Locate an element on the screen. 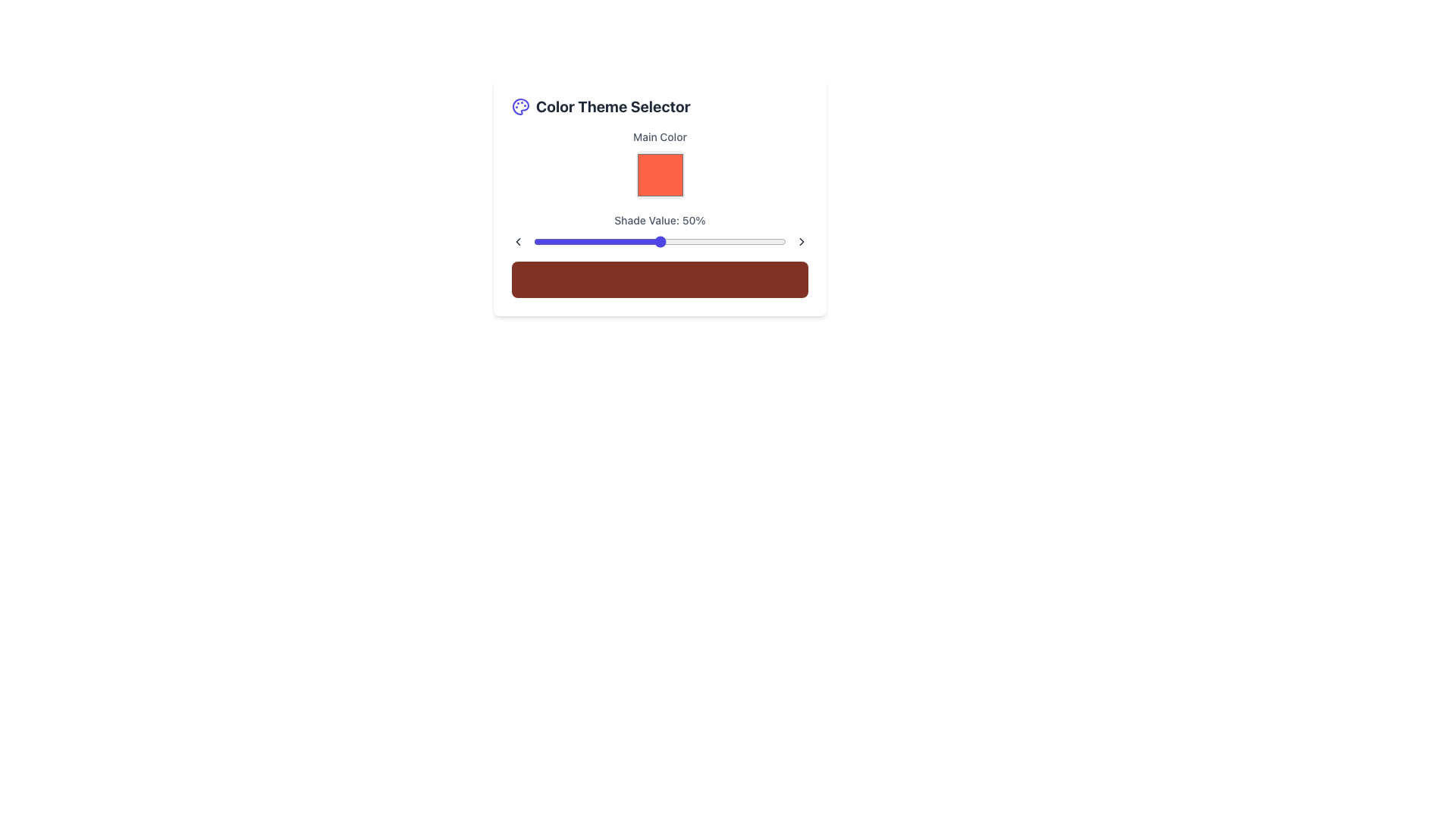  the decorative color selection icon located in the top-left corner of the 'Color Theme Selector' card interface is located at coordinates (520, 106).